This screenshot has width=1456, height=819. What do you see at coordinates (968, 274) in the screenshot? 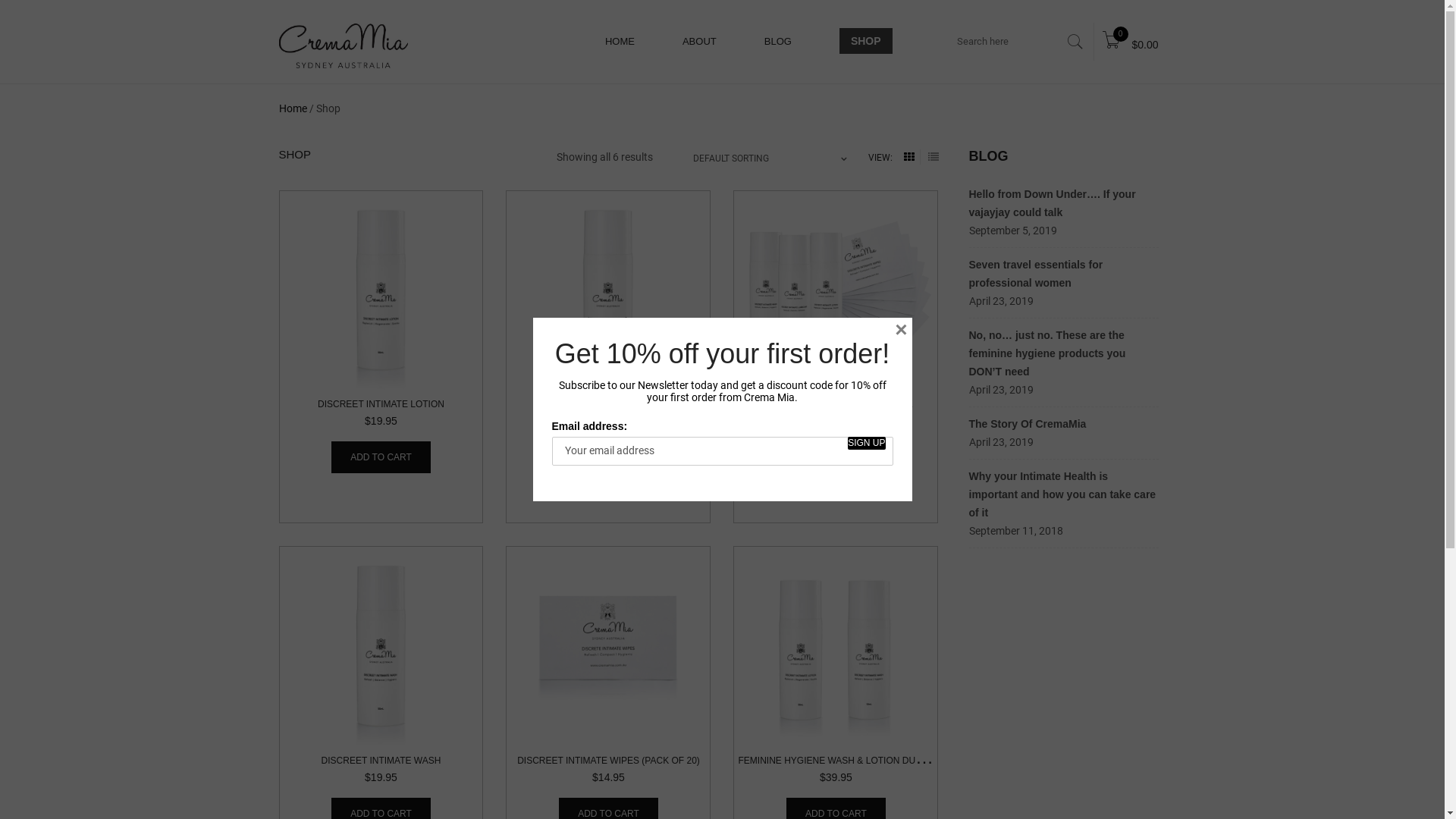
I see `'Seven travel essentials for professional women'` at bounding box center [968, 274].